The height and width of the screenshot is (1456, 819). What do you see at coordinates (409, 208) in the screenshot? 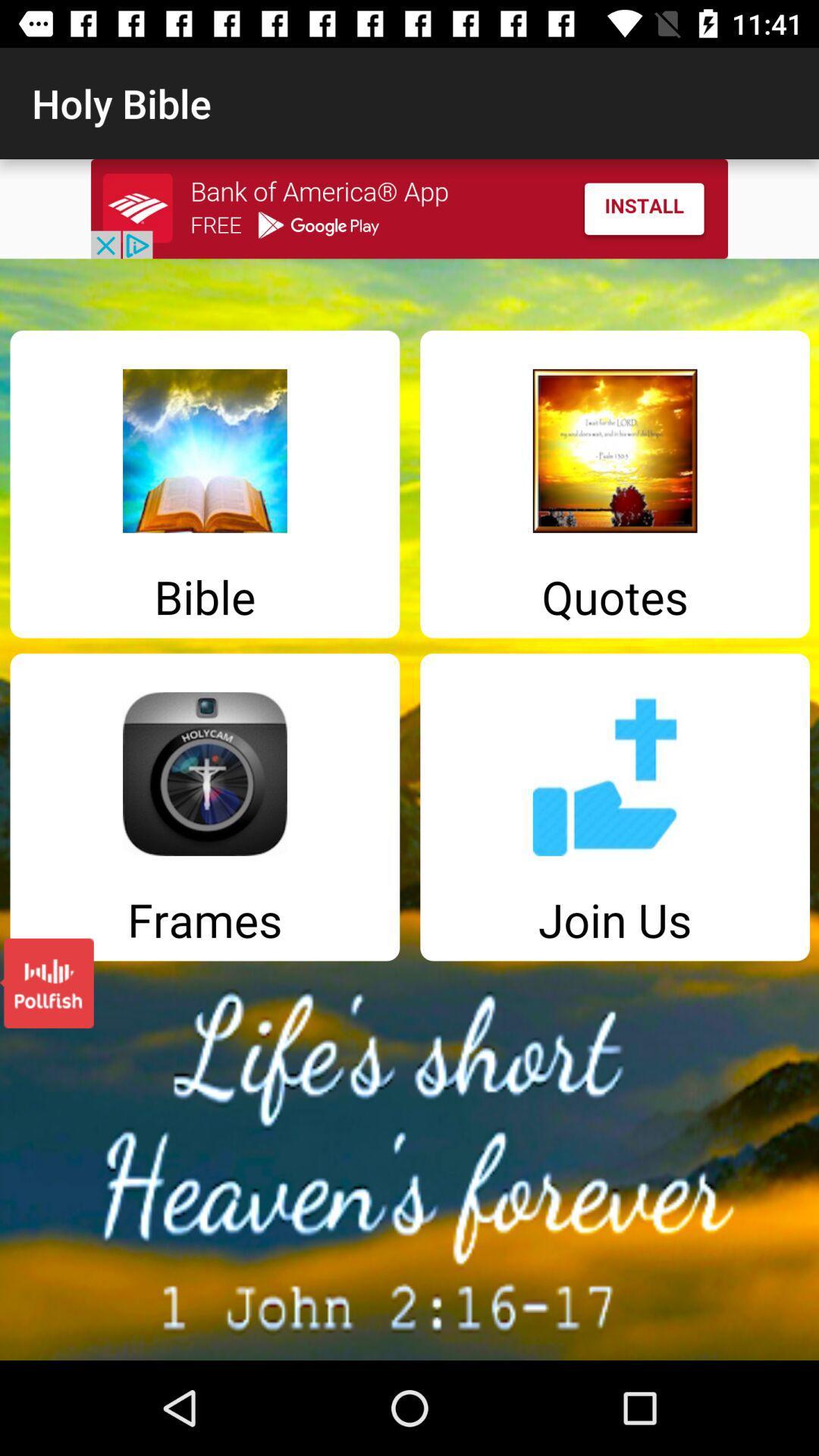
I see `bank advertisement` at bounding box center [409, 208].